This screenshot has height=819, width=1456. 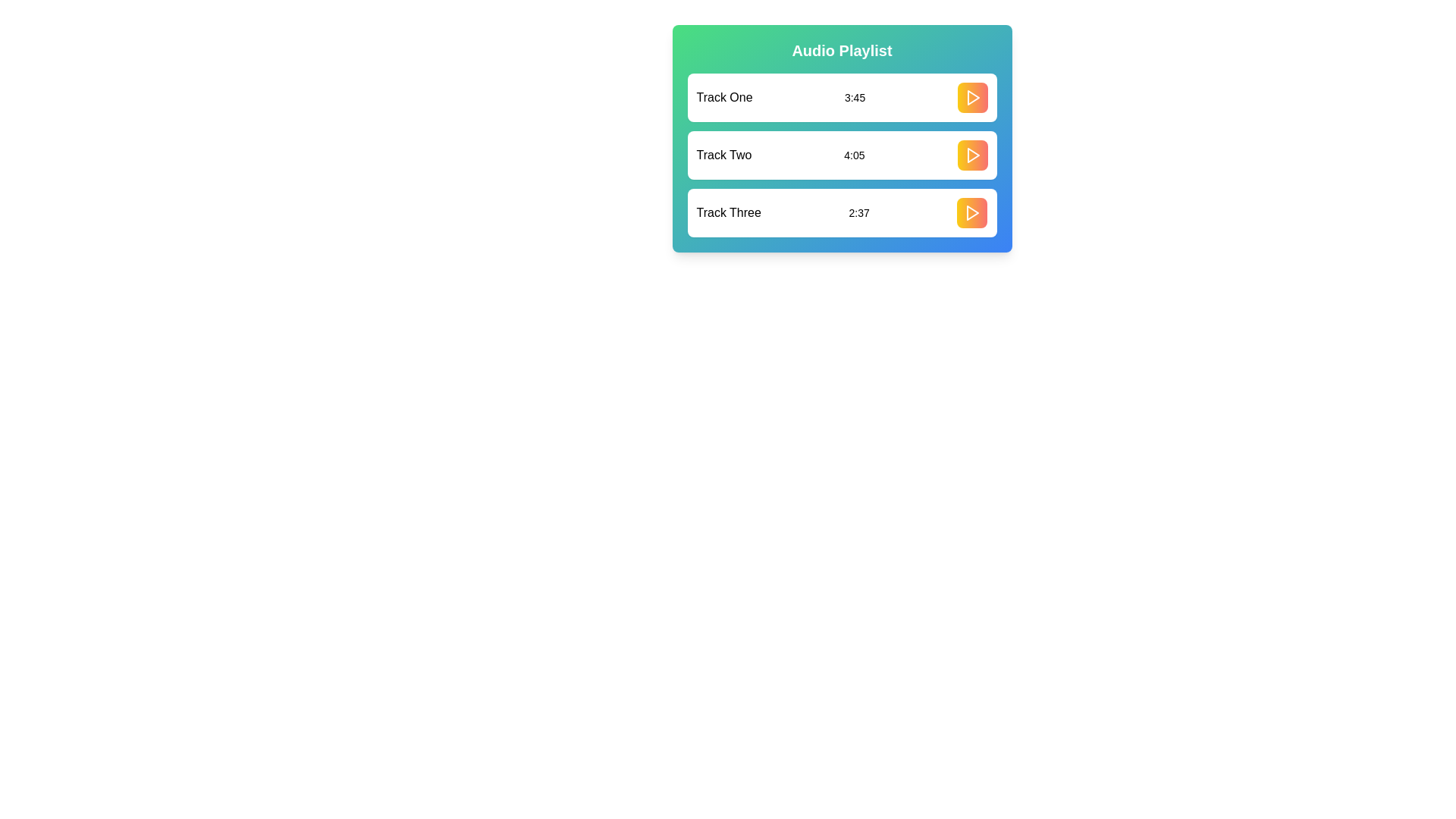 I want to click on the play icon located inside the first track's play button in the audio playlist interface, so click(x=972, y=97).